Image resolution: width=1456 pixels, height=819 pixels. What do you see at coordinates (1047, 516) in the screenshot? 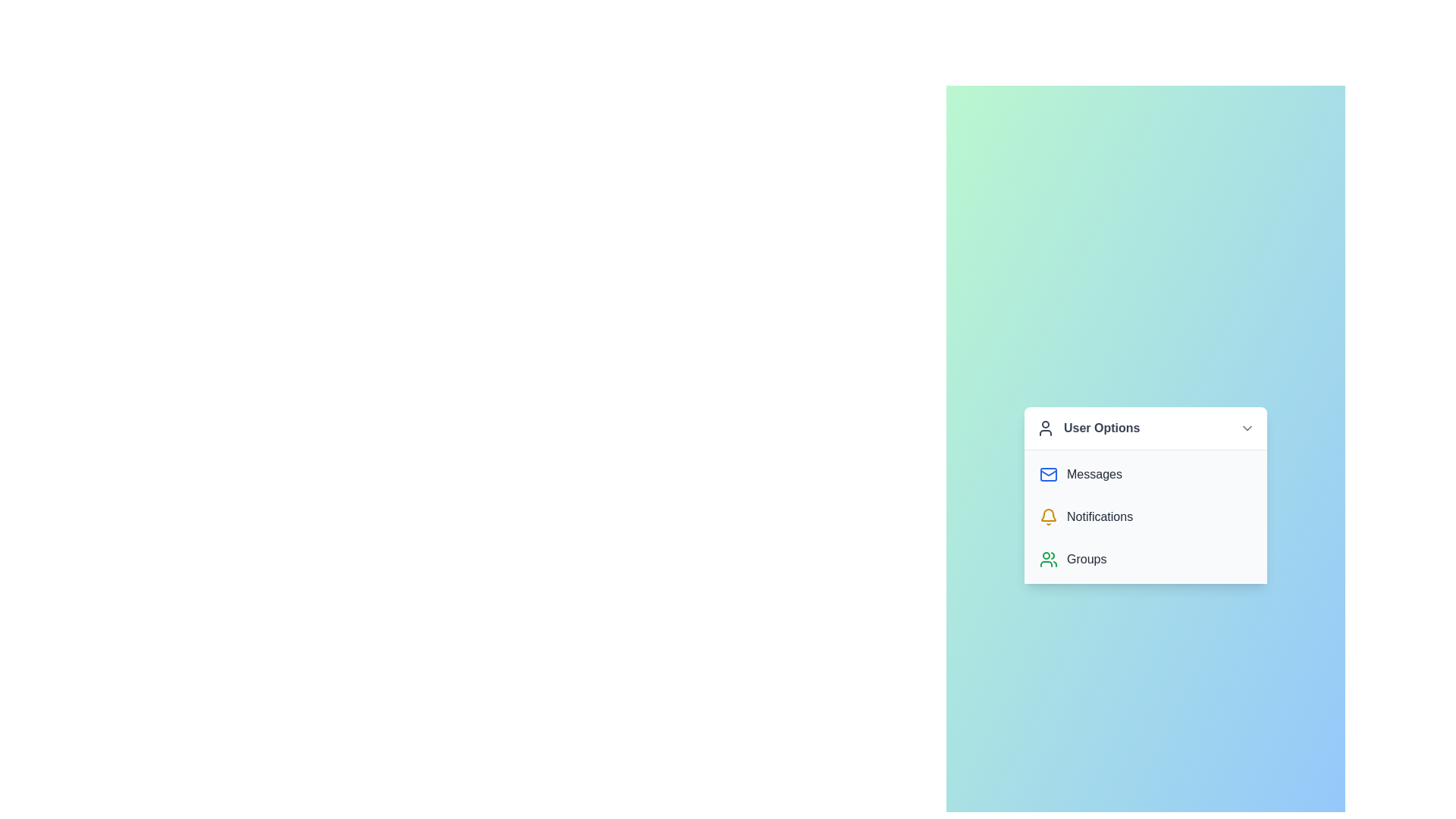
I see `the yellow bell icon located to the left of the 'Notifications' text in the user dropdown menu` at bounding box center [1047, 516].